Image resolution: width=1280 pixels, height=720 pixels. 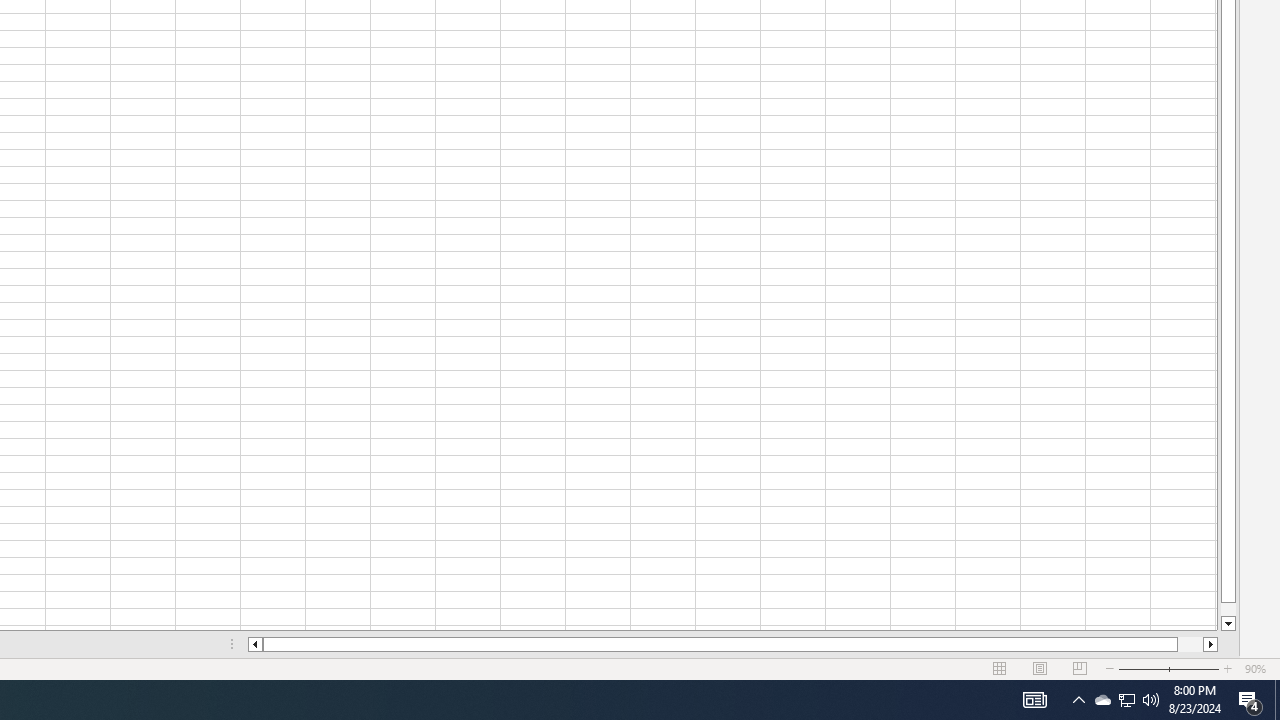 I want to click on 'Normal', so click(x=1000, y=669).